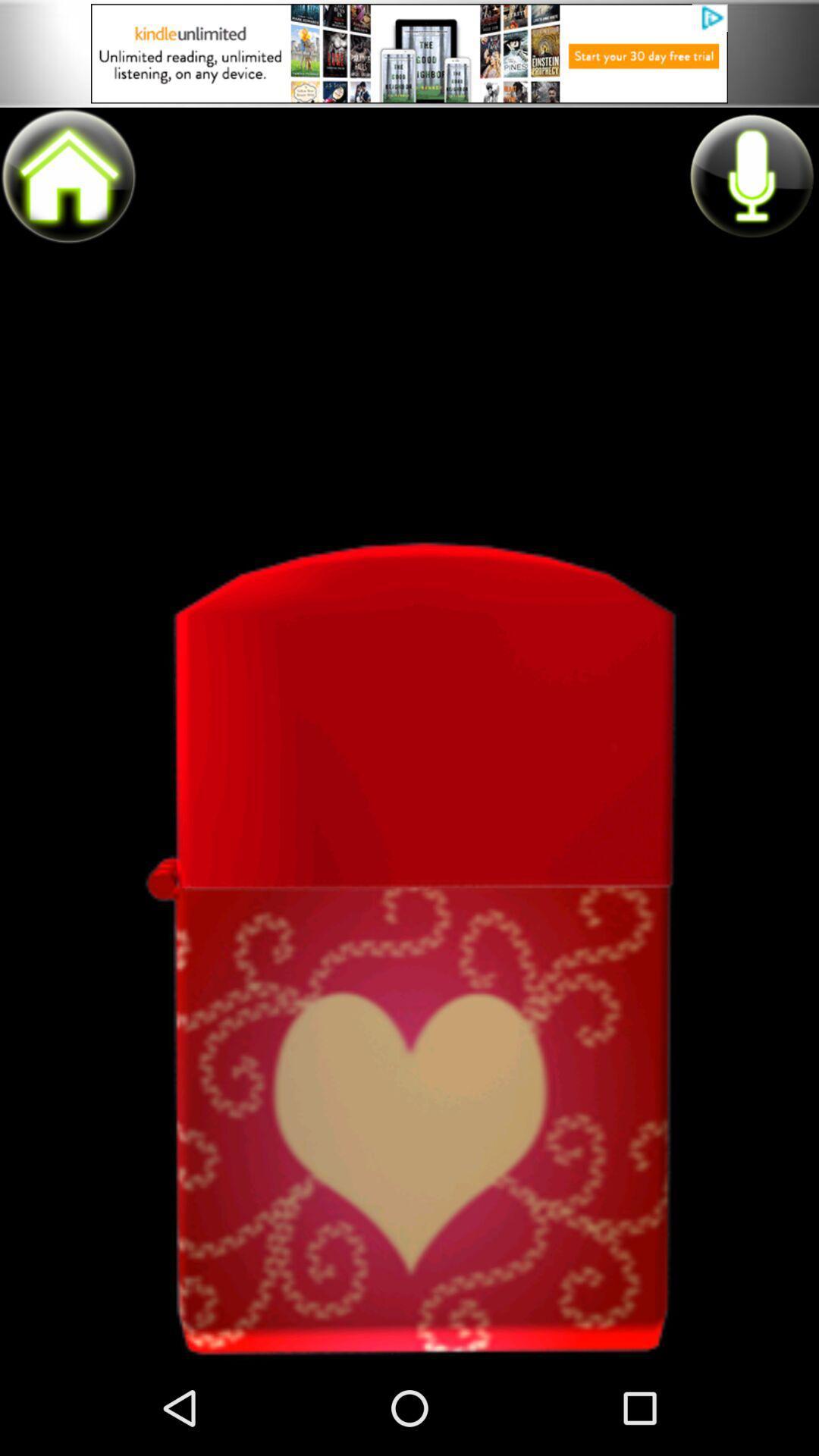  I want to click on record, so click(751, 175).